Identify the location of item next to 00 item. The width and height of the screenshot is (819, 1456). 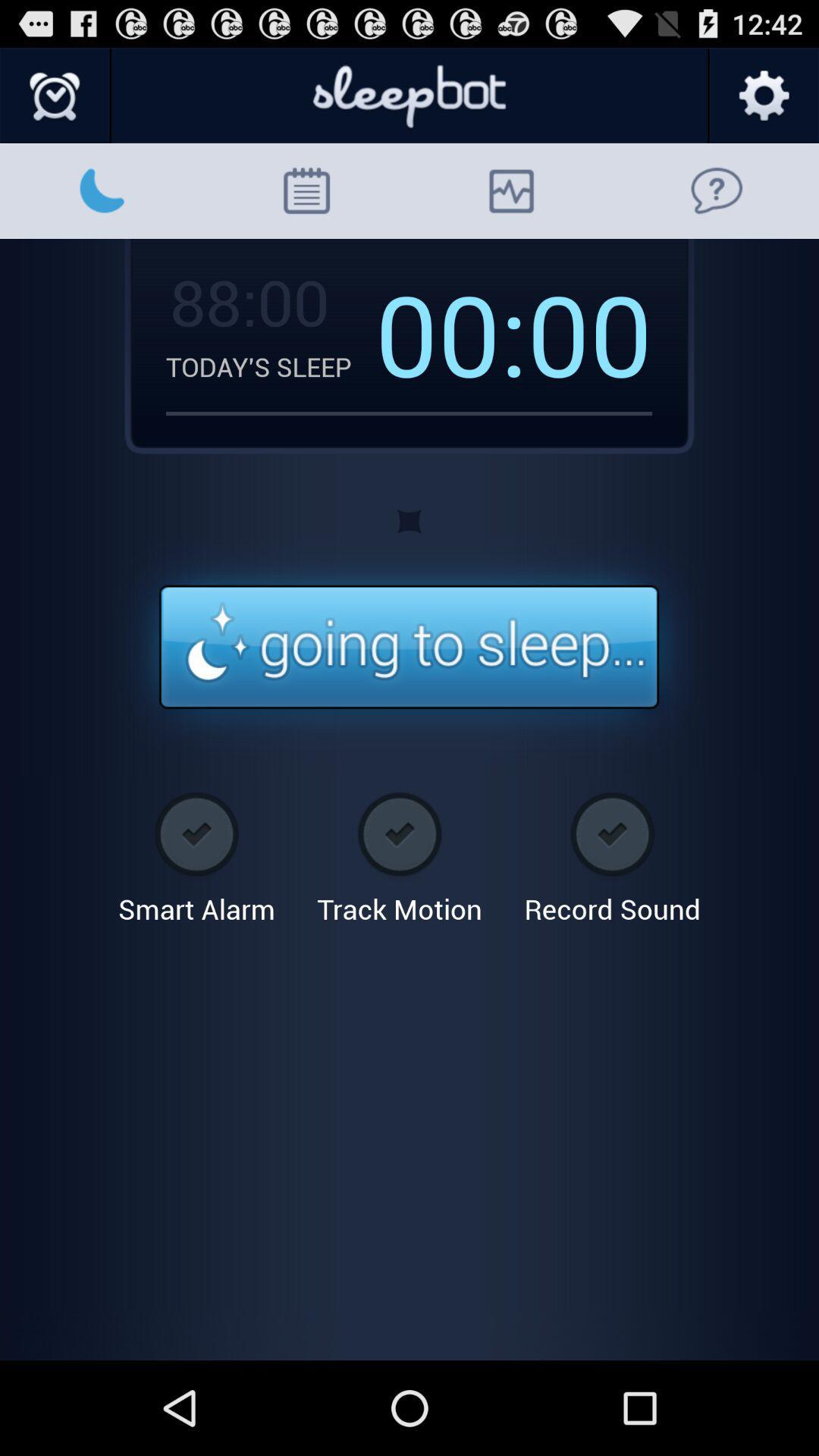
(450, 332).